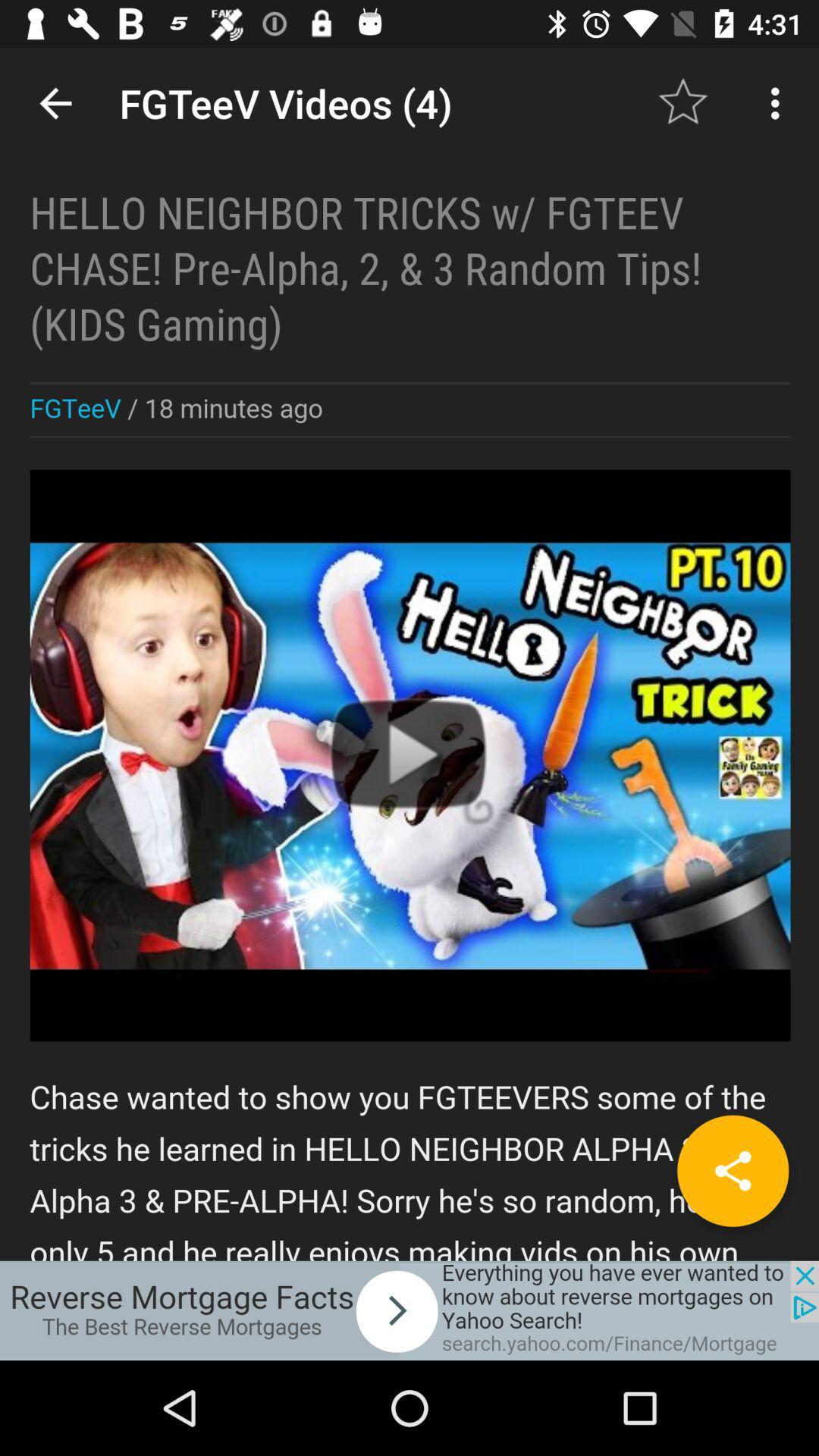  Describe the element at coordinates (732, 1170) in the screenshot. I see `the share icon` at that location.